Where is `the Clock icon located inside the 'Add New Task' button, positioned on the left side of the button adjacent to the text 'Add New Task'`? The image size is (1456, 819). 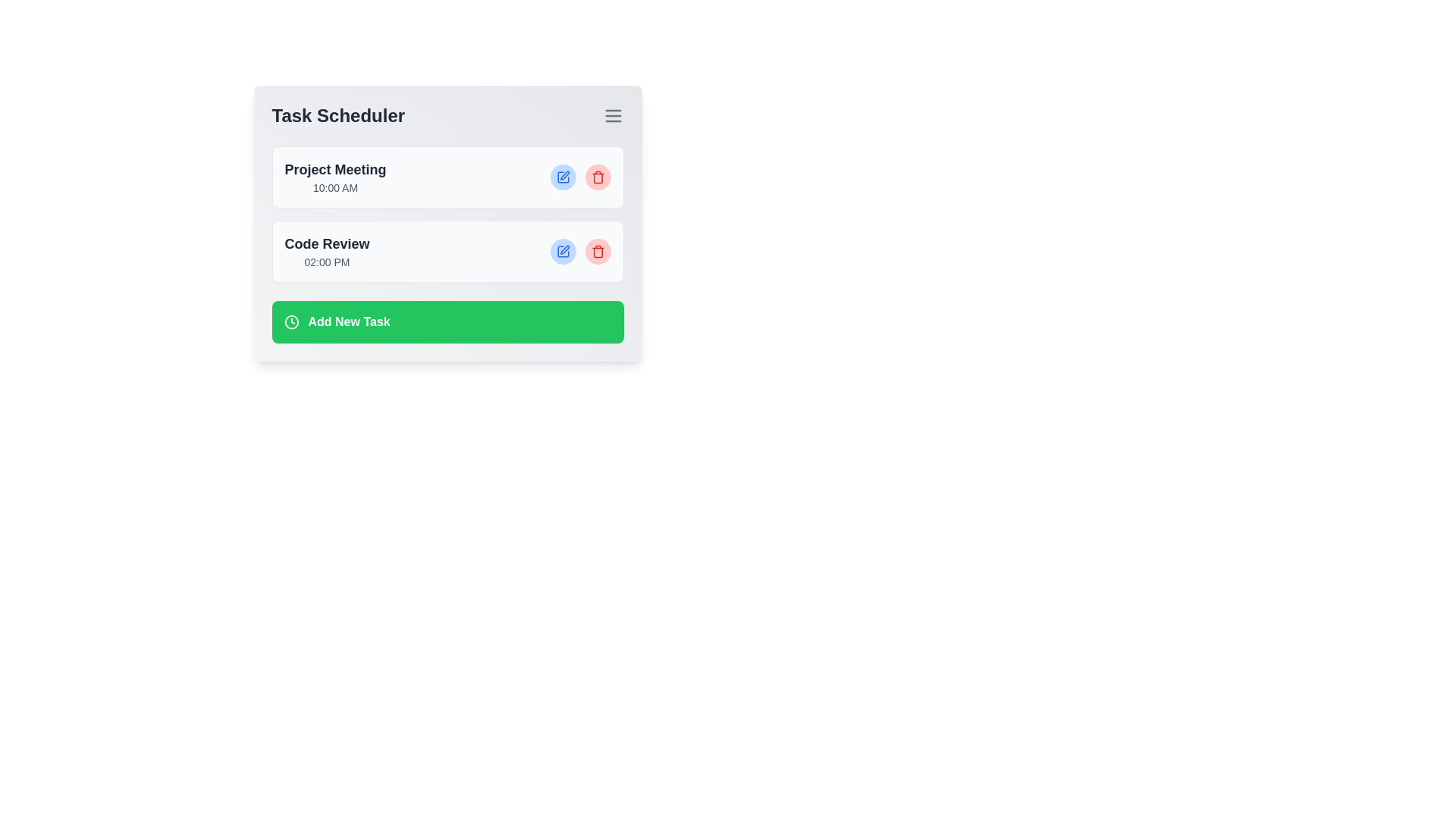
the Clock icon located inside the 'Add New Task' button, positioned on the left side of the button adjacent to the text 'Add New Task' is located at coordinates (291, 321).